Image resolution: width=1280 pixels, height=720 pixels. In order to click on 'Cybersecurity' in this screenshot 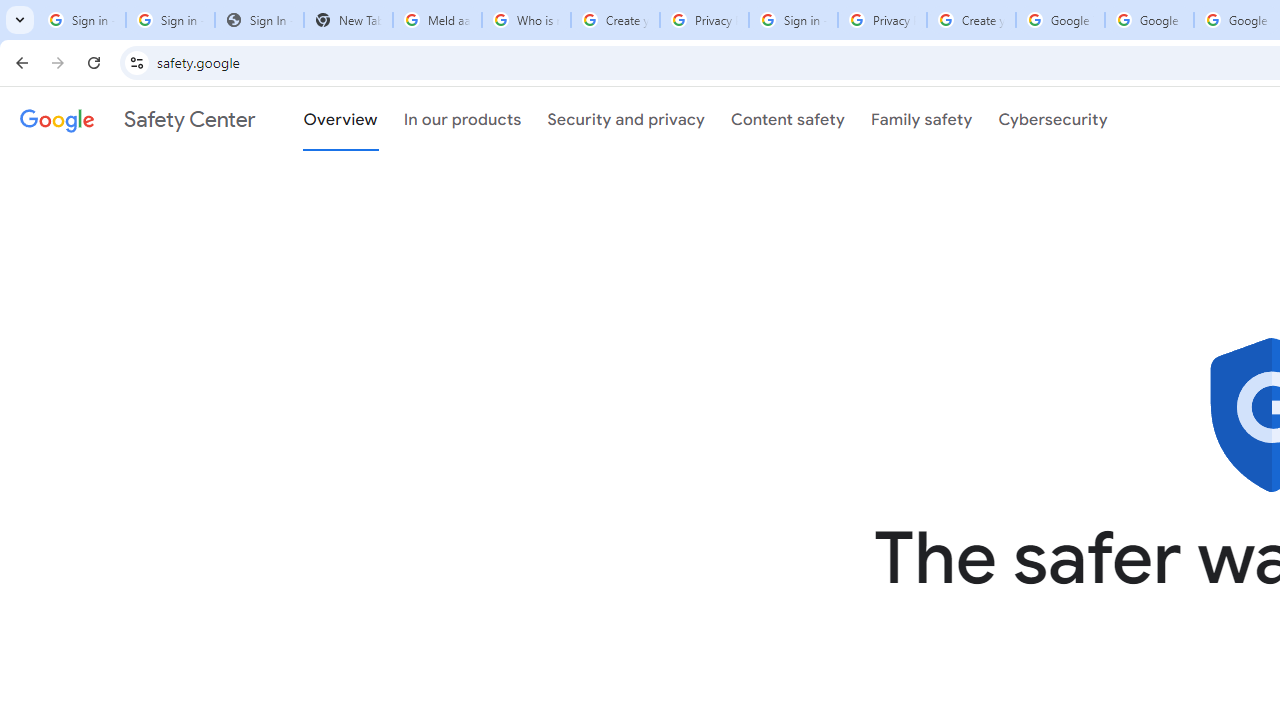, I will do `click(1052, 119)`.